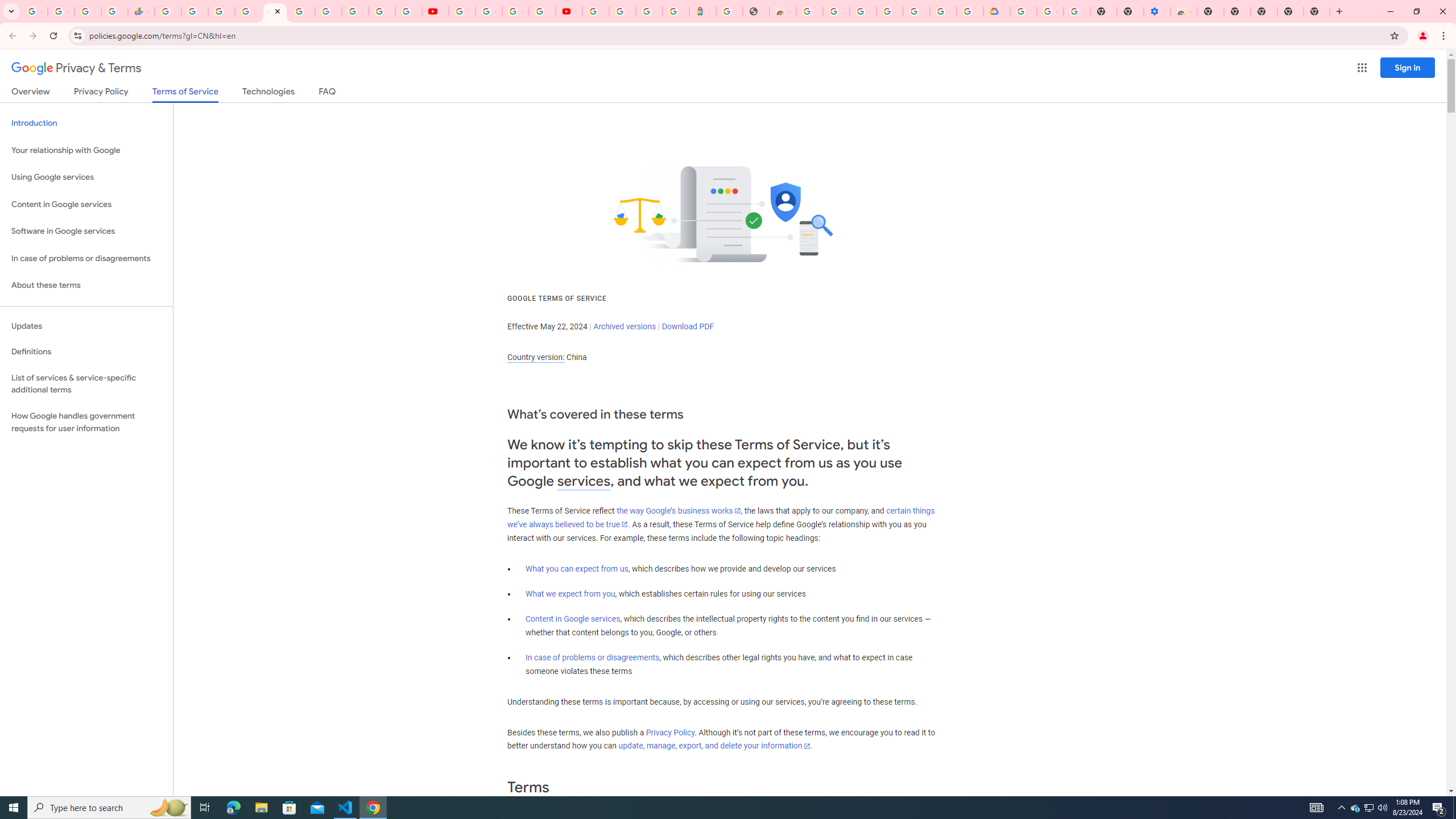 The image size is (1456, 819). What do you see at coordinates (248, 11) in the screenshot?
I see `'Sign in - Google Accounts'` at bounding box center [248, 11].